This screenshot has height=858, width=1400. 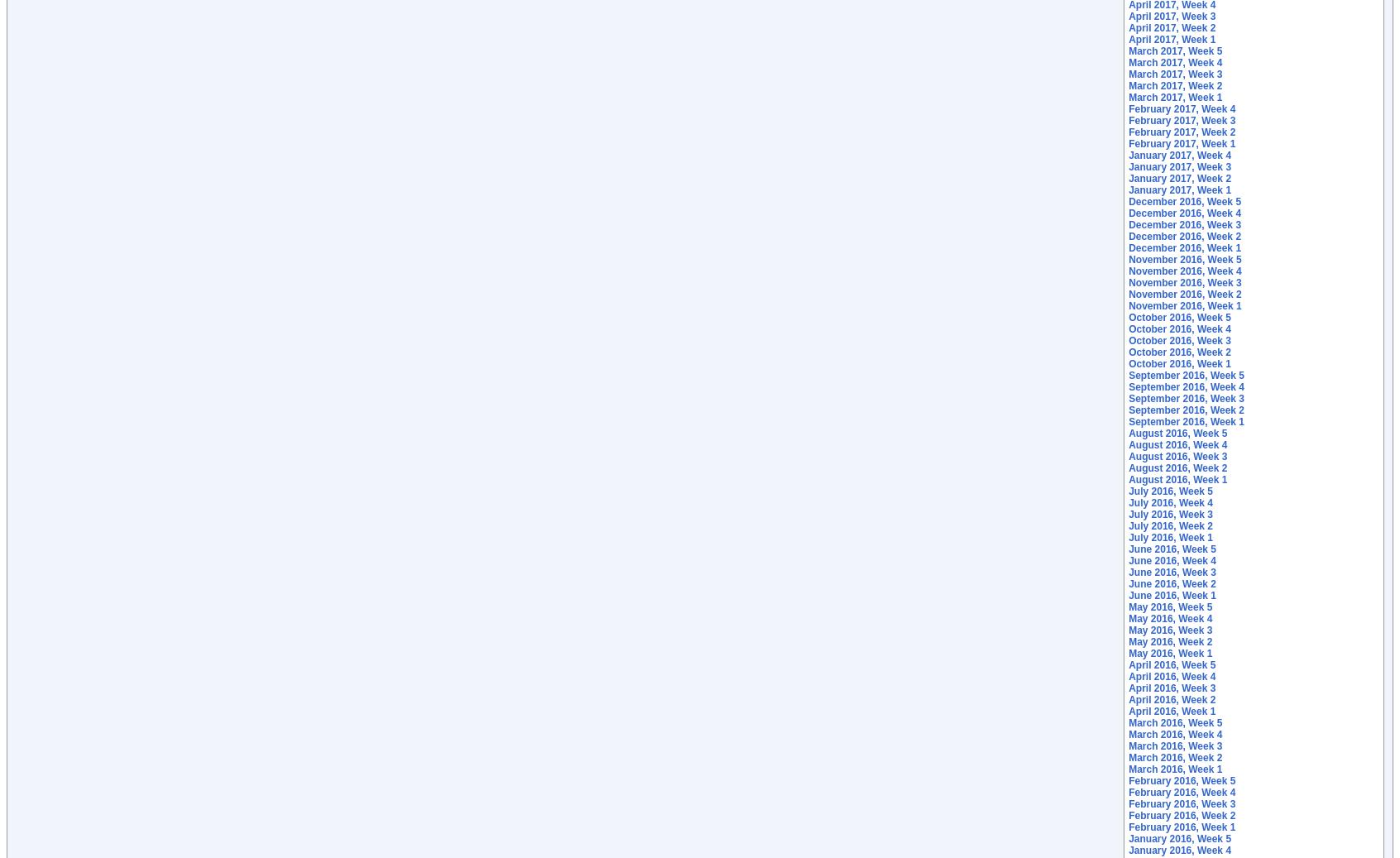 What do you see at coordinates (1174, 85) in the screenshot?
I see `'March 2017, Week 2'` at bounding box center [1174, 85].